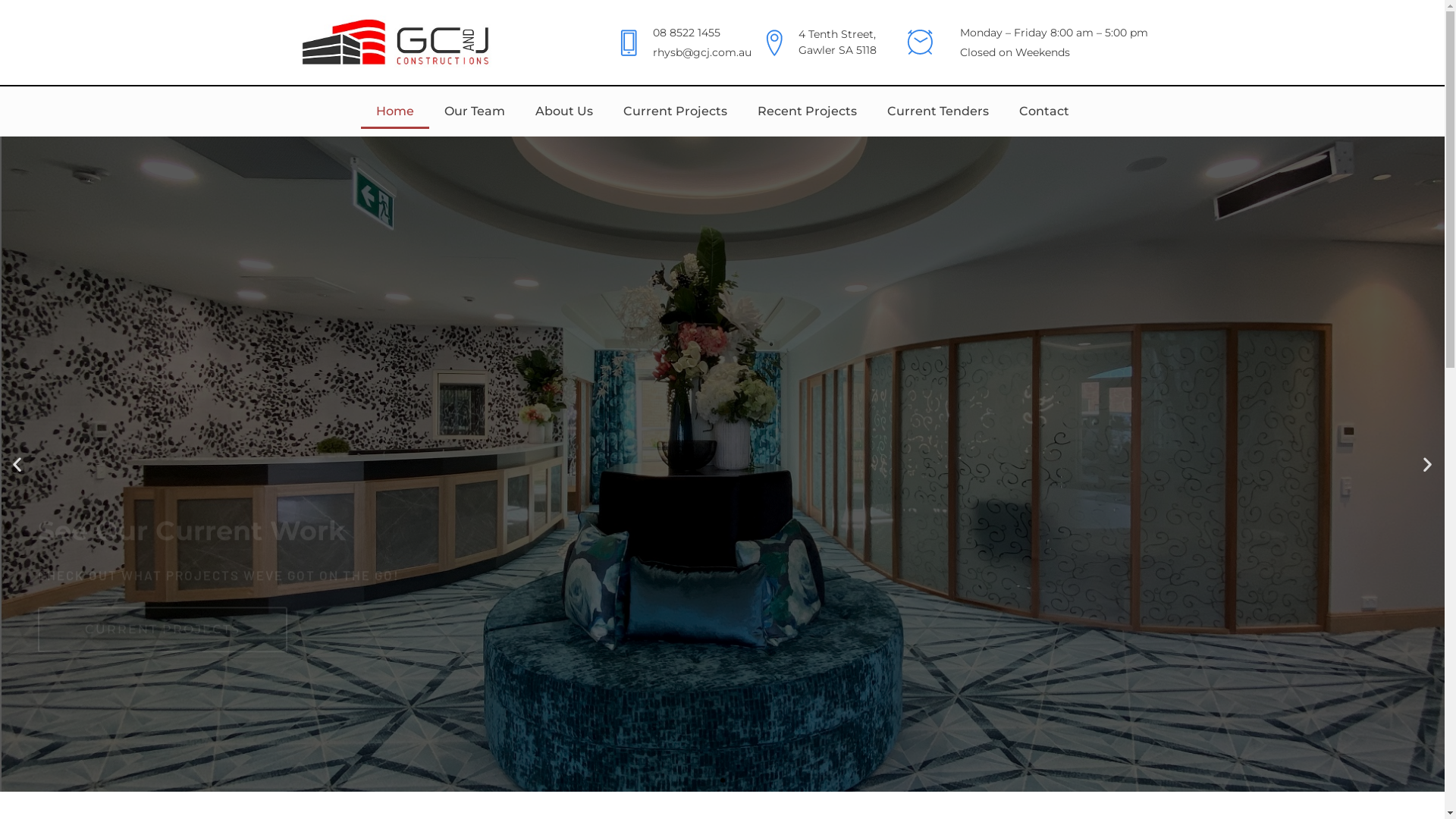 The height and width of the screenshot is (819, 1456). Describe the element at coordinates (937, 110) in the screenshot. I see `'Current Tenders'` at that location.